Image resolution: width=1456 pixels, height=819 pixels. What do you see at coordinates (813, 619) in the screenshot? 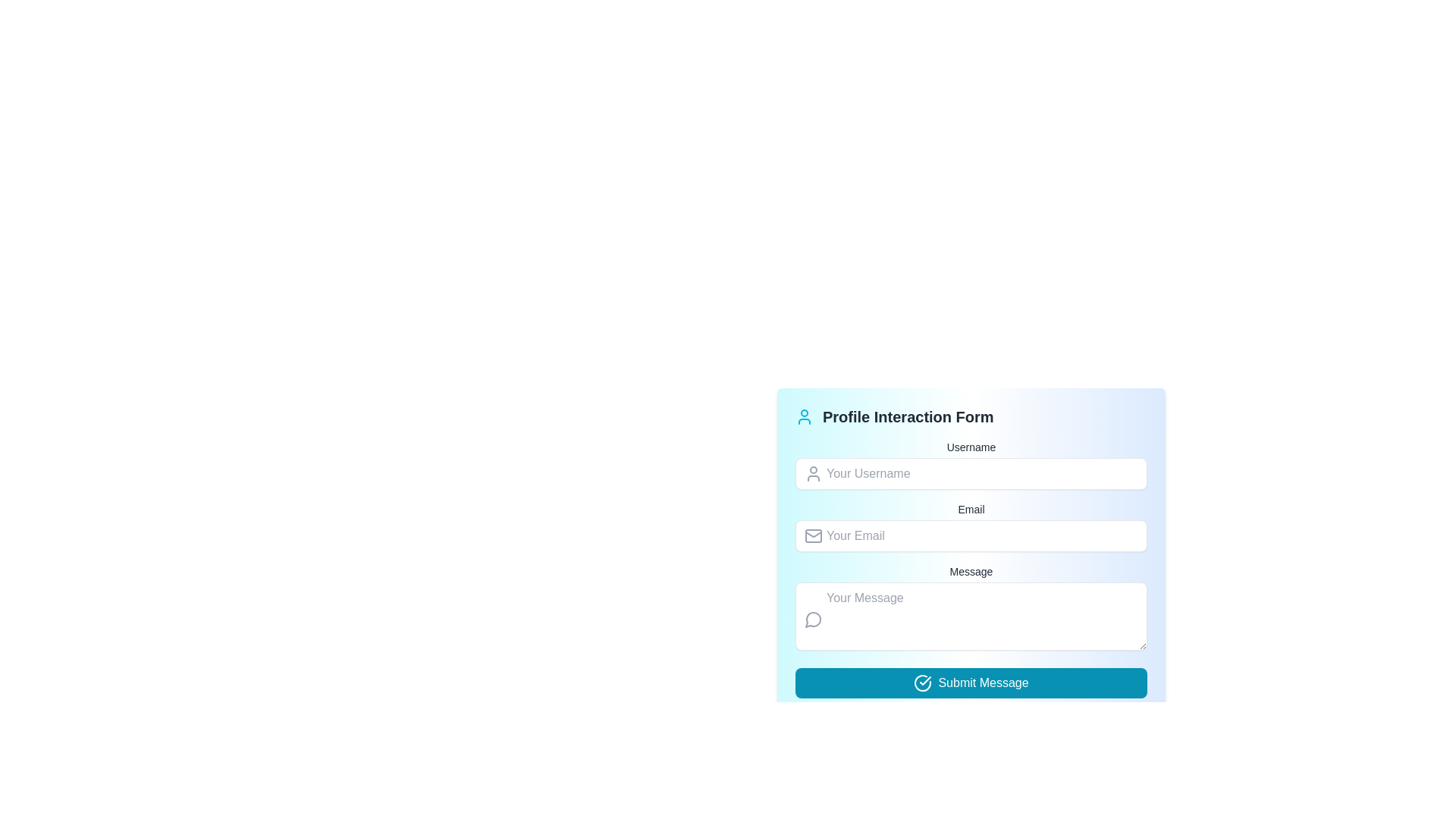
I see `the messaging icon located to the left of the 'Your Message' text input field at the bottom of the form` at bounding box center [813, 619].